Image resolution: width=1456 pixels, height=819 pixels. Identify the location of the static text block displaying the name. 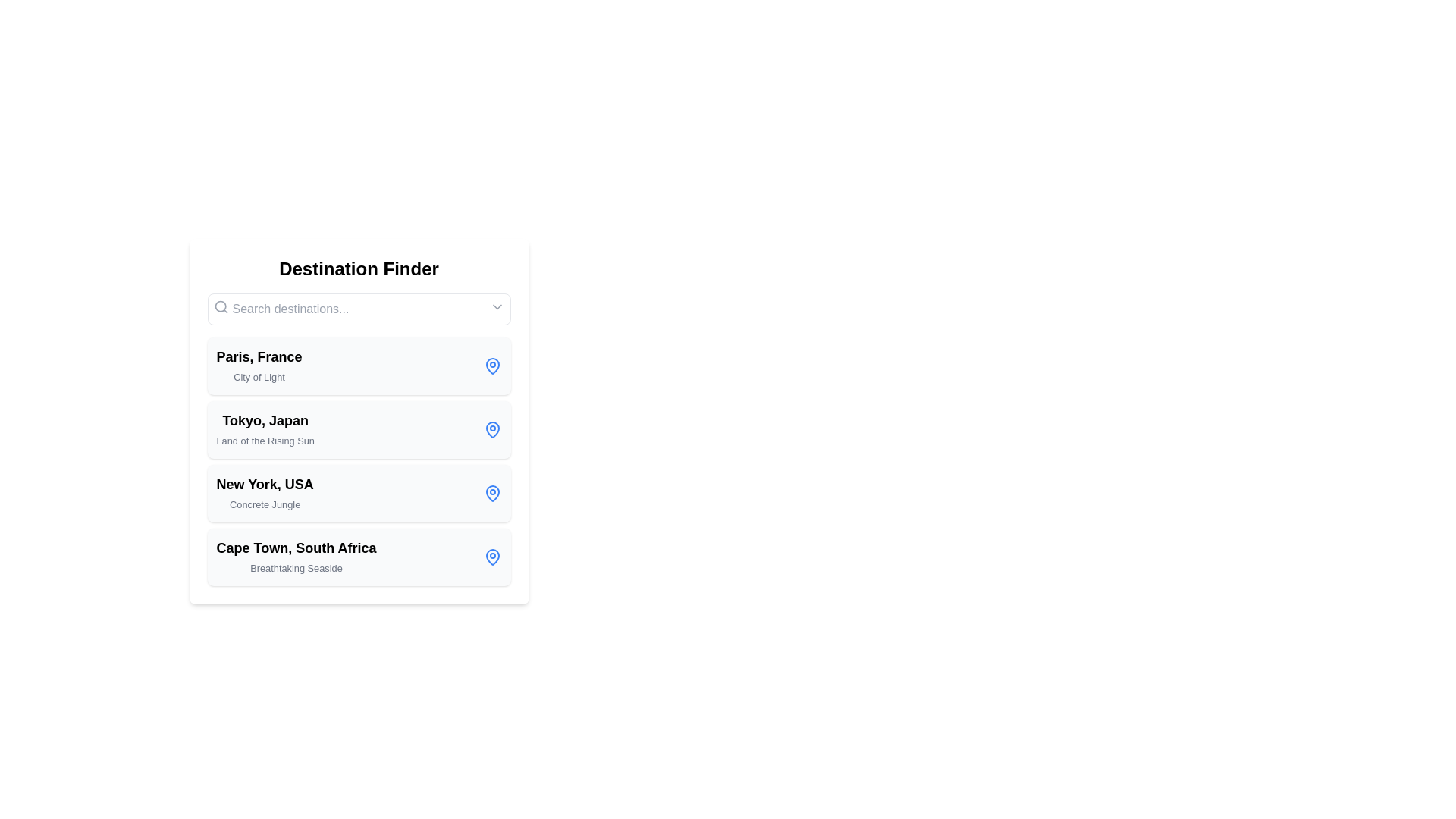
(259, 366).